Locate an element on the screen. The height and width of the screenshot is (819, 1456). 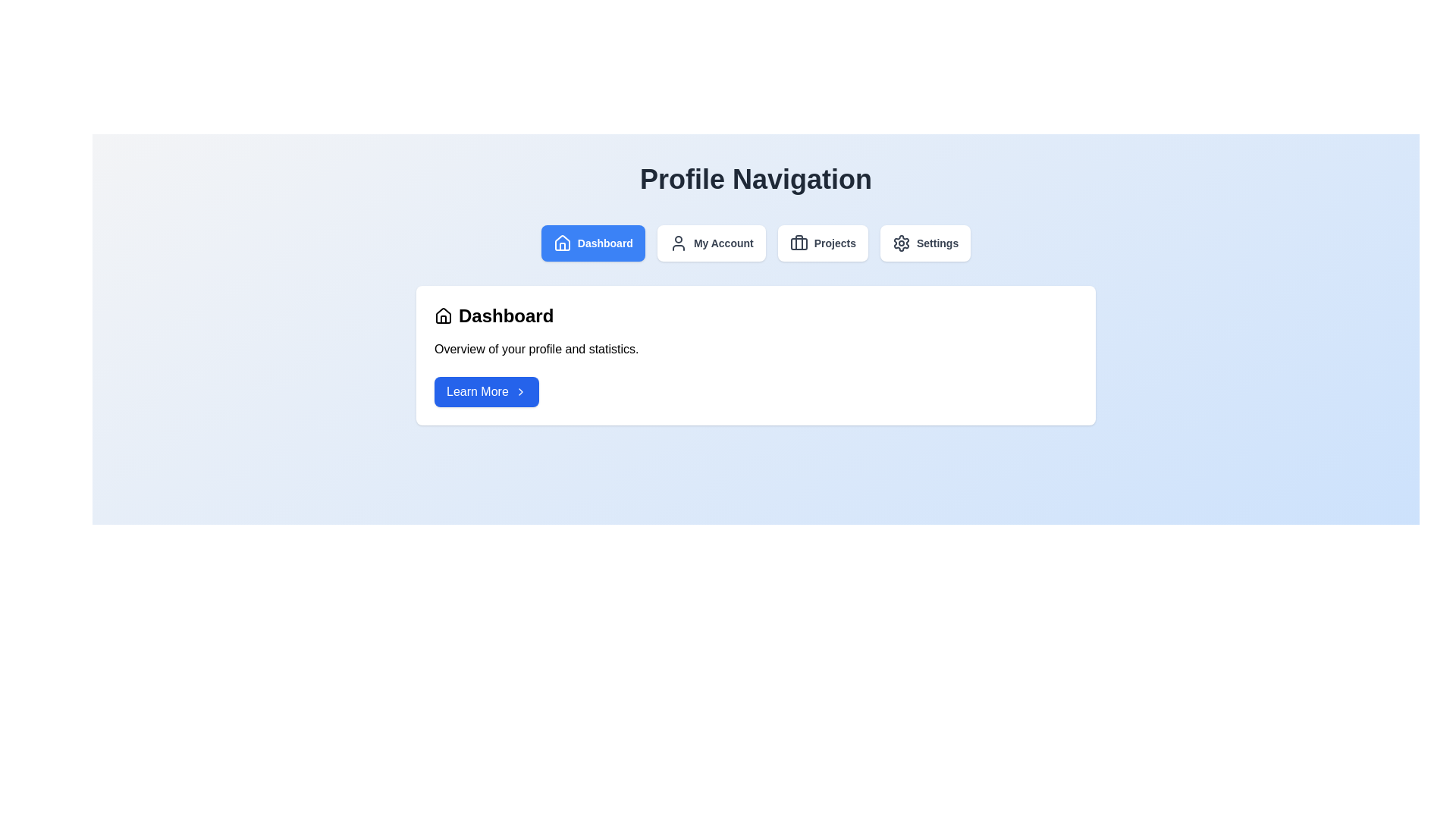
the gear icon located within the 'Settings' button, which is the fourth button in the navigation bar at the top of the interface is located at coordinates (902, 242).